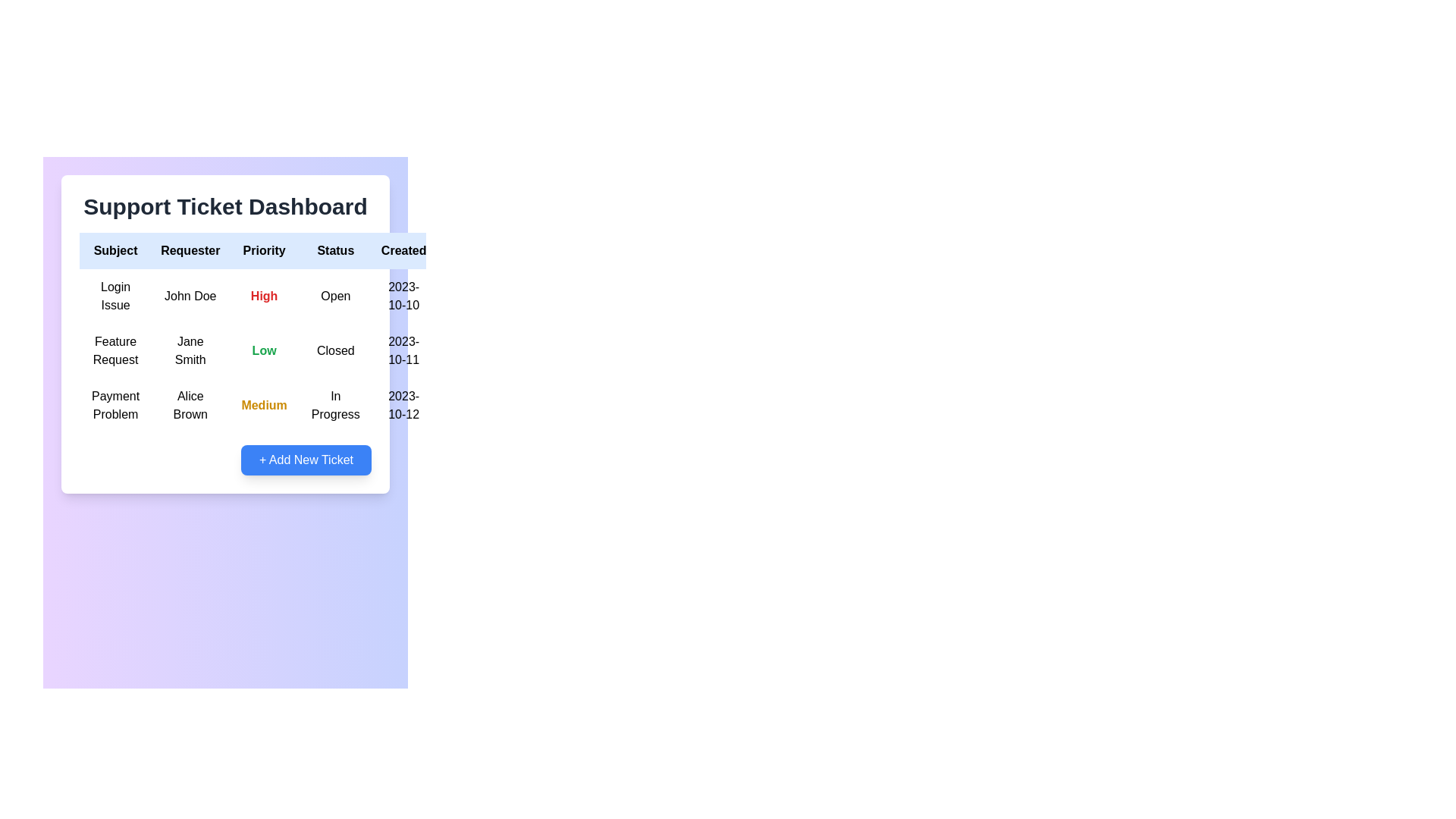  I want to click on the priority level label located in the third row under the 'Priority' column in the table, aligned with 'Payment Problem' and 'Alice Brown', so click(264, 405).